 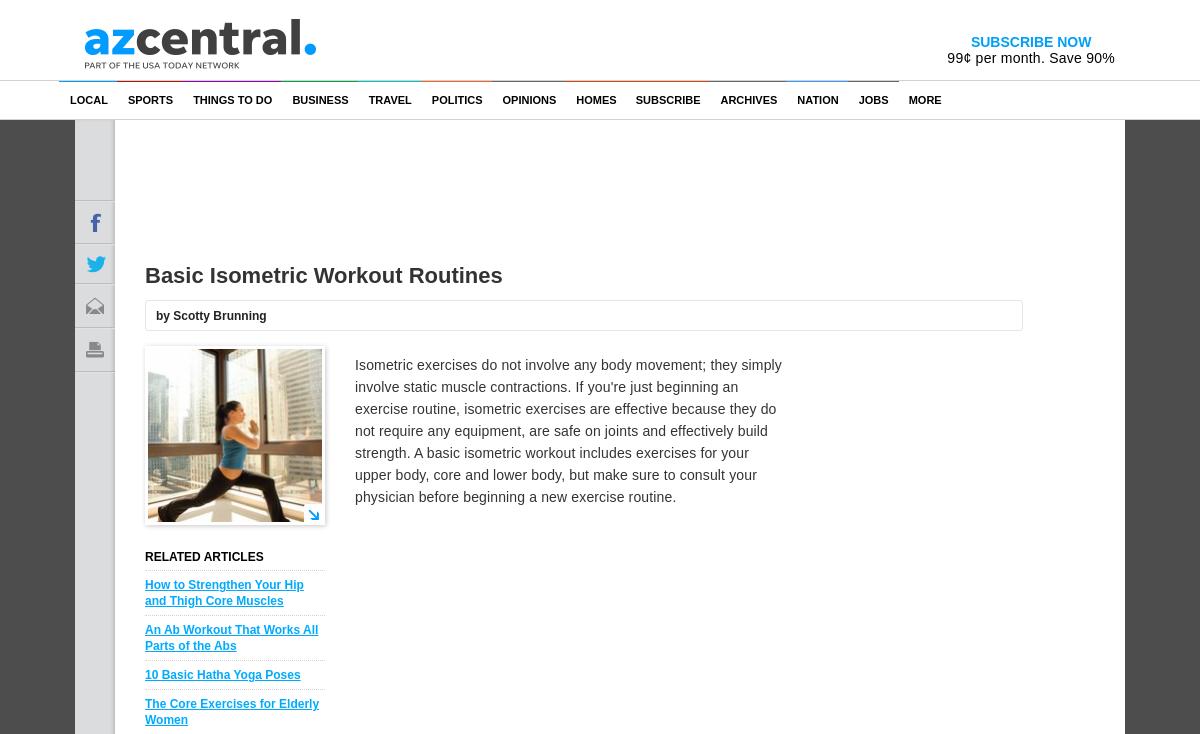 What do you see at coordinates (748, 99) in the screenshot?
I see `'Archives'` at bounding box center [748, 99].